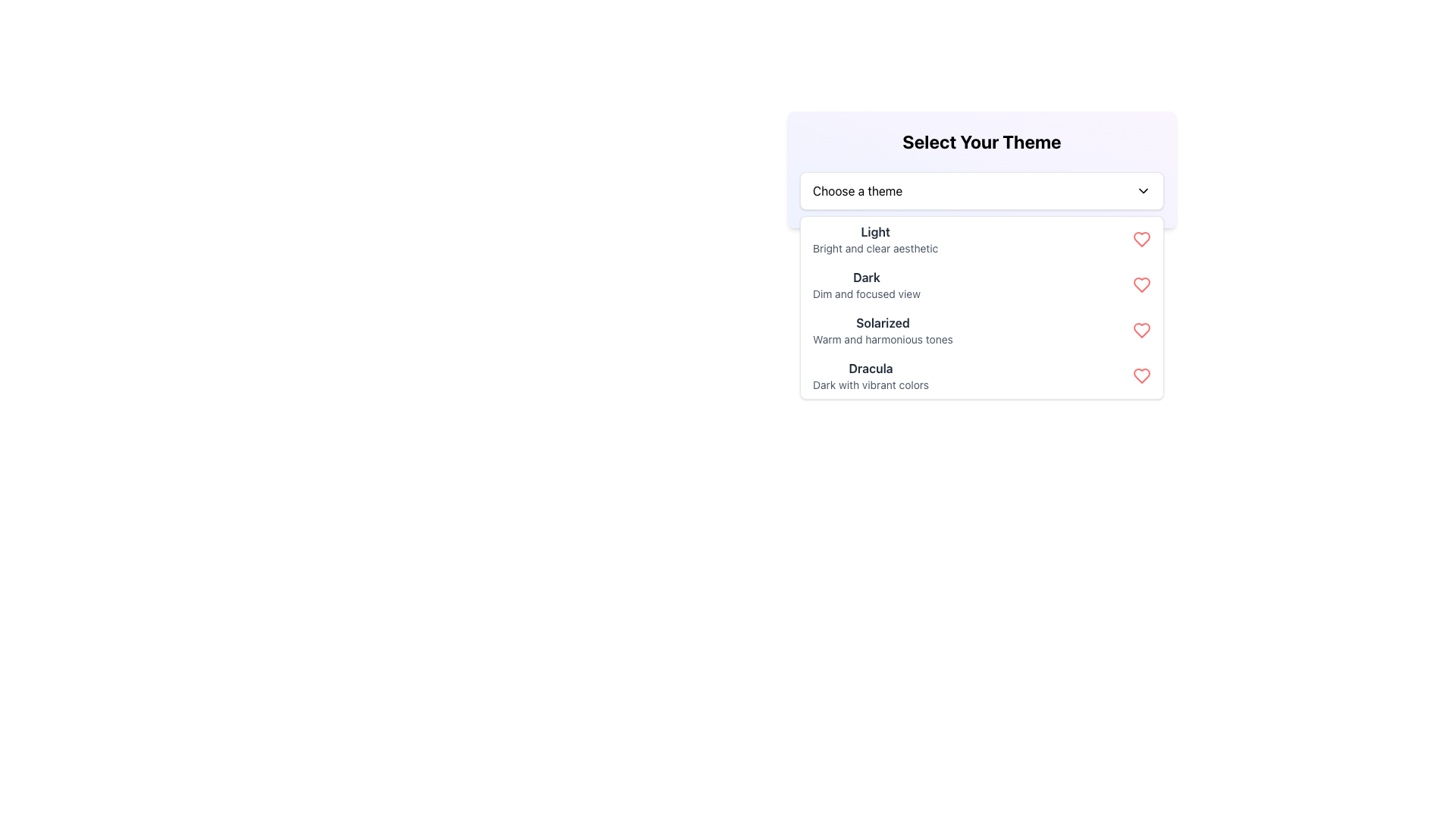 This screenshot has width=1456, height=819. I want to click on the heart icon on the far right side of the row associated with the 'Dark' theme option to mark it as a favorite, so click(1142, 284).